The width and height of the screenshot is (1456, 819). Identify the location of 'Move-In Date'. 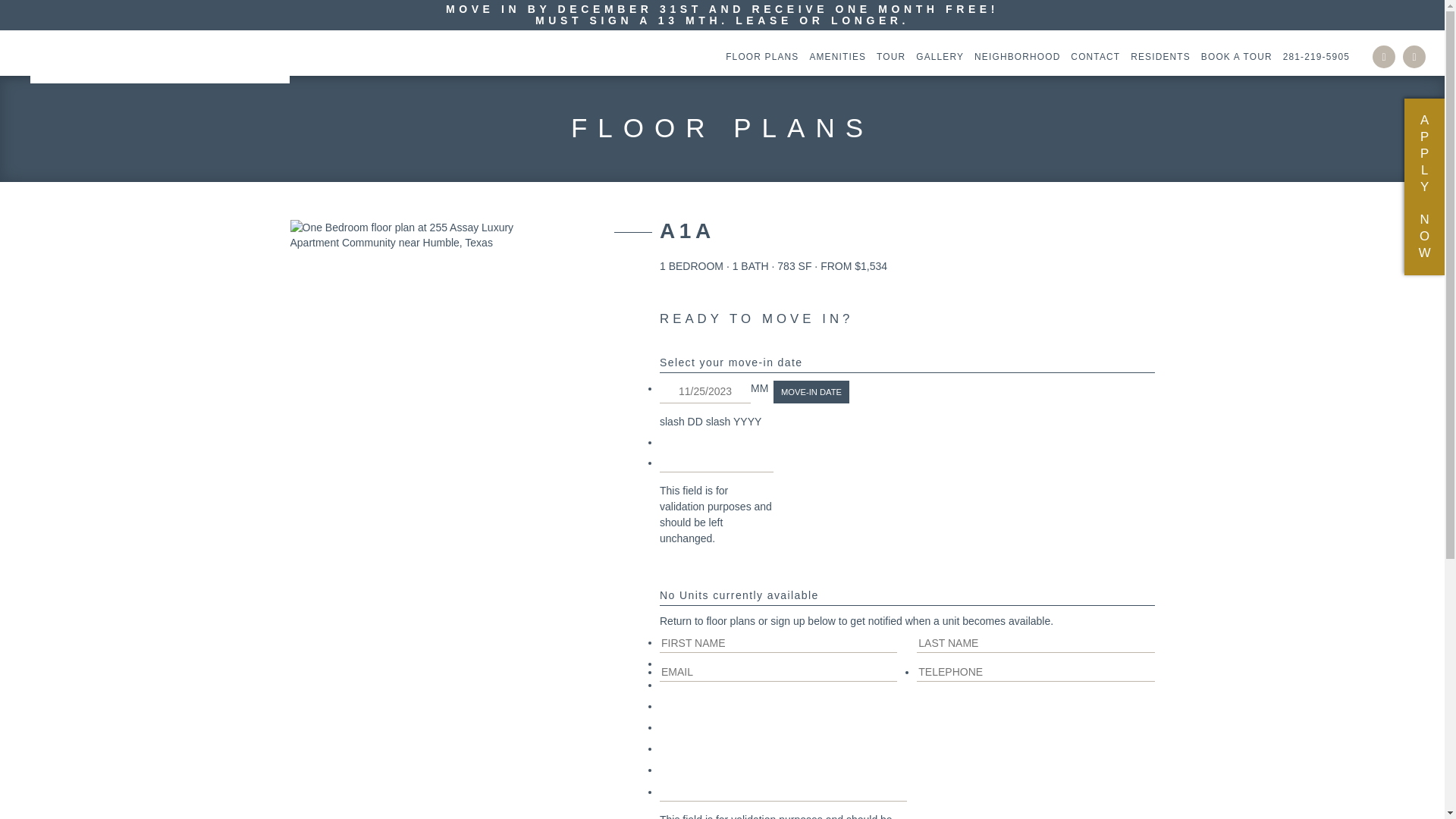
(773, 391).